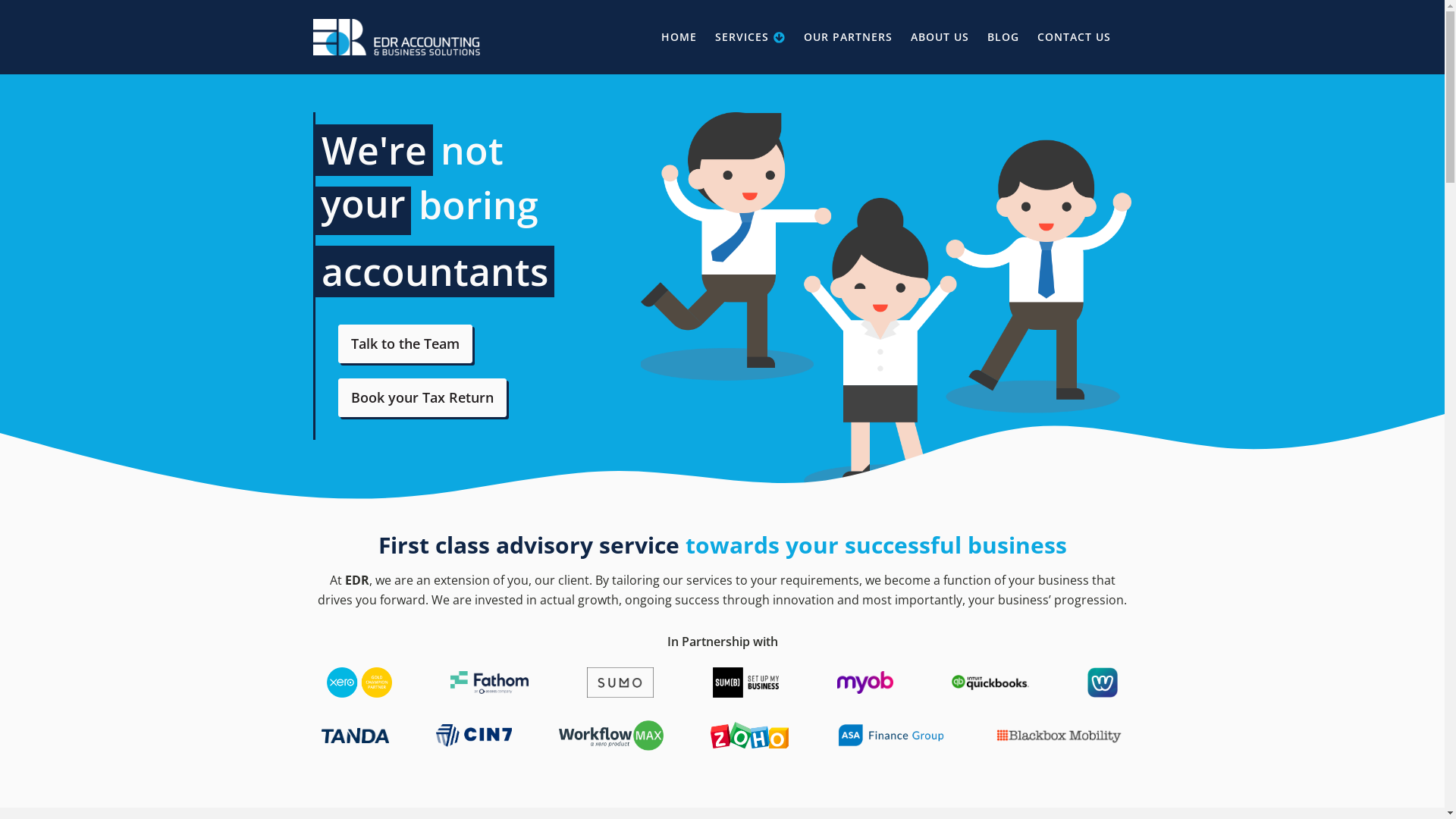 The height and width of the screenshot is (819, 1456). What do you see at coordinates (678, 36) in the screenshot?
I see `'HOME'` at bounding box center [678, 36].